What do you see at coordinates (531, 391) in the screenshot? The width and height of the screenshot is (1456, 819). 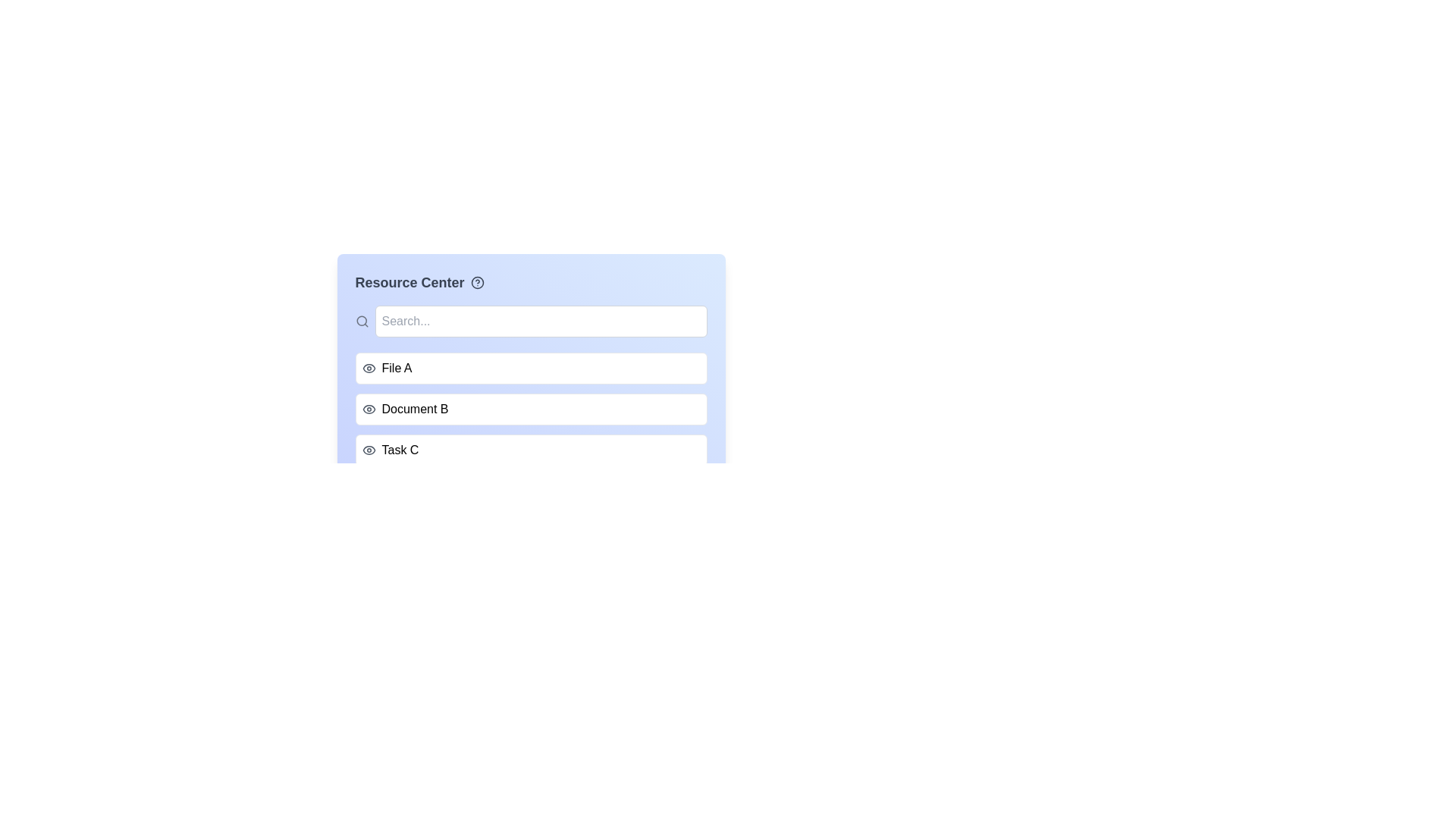 I see `the second list item or navigational button located centrally below the 'Resource Center' header` at bounding box center [531, 391].